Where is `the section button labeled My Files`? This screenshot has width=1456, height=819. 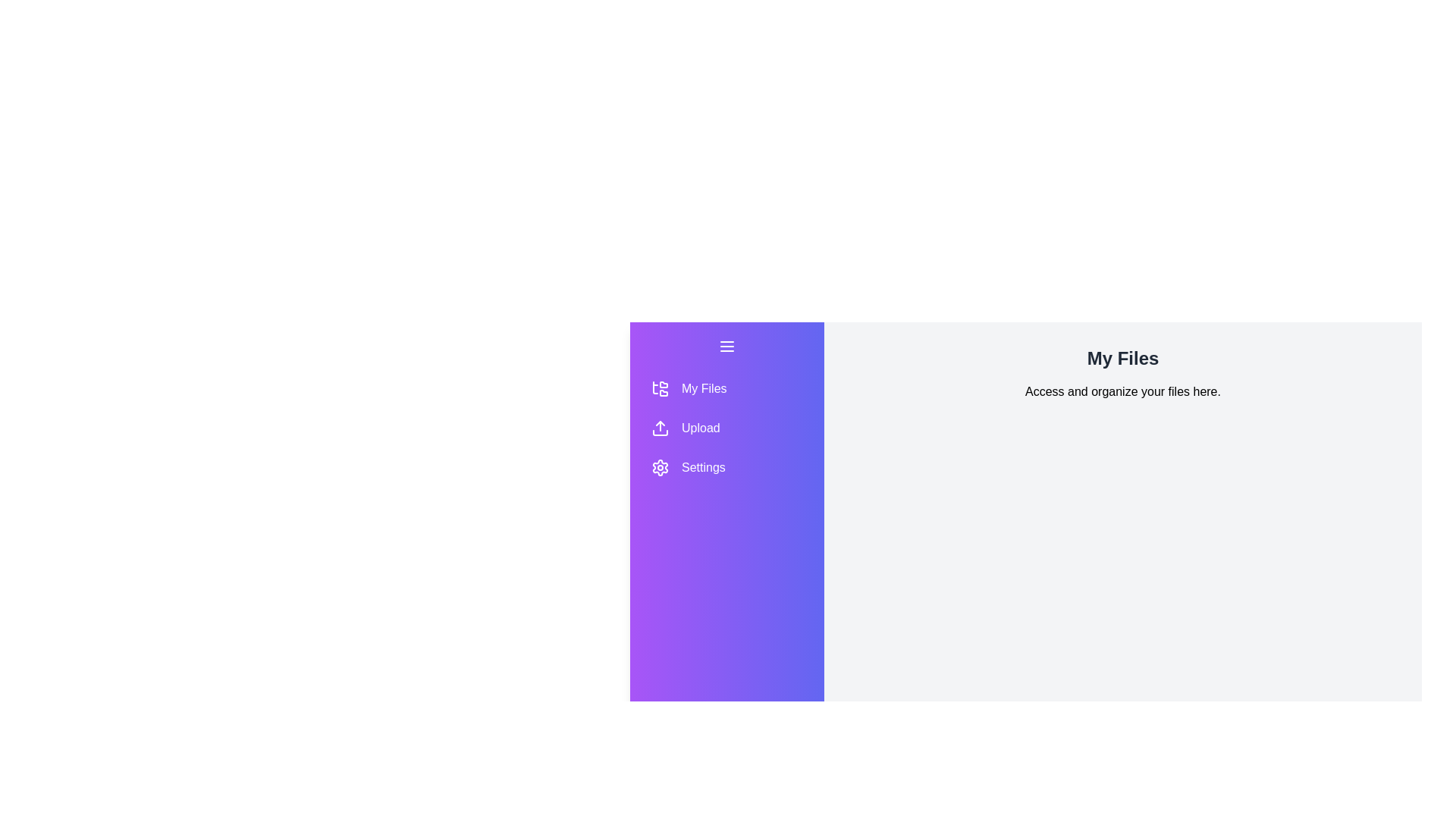
the section button labeled My Files is located at coordinates (726, 388).